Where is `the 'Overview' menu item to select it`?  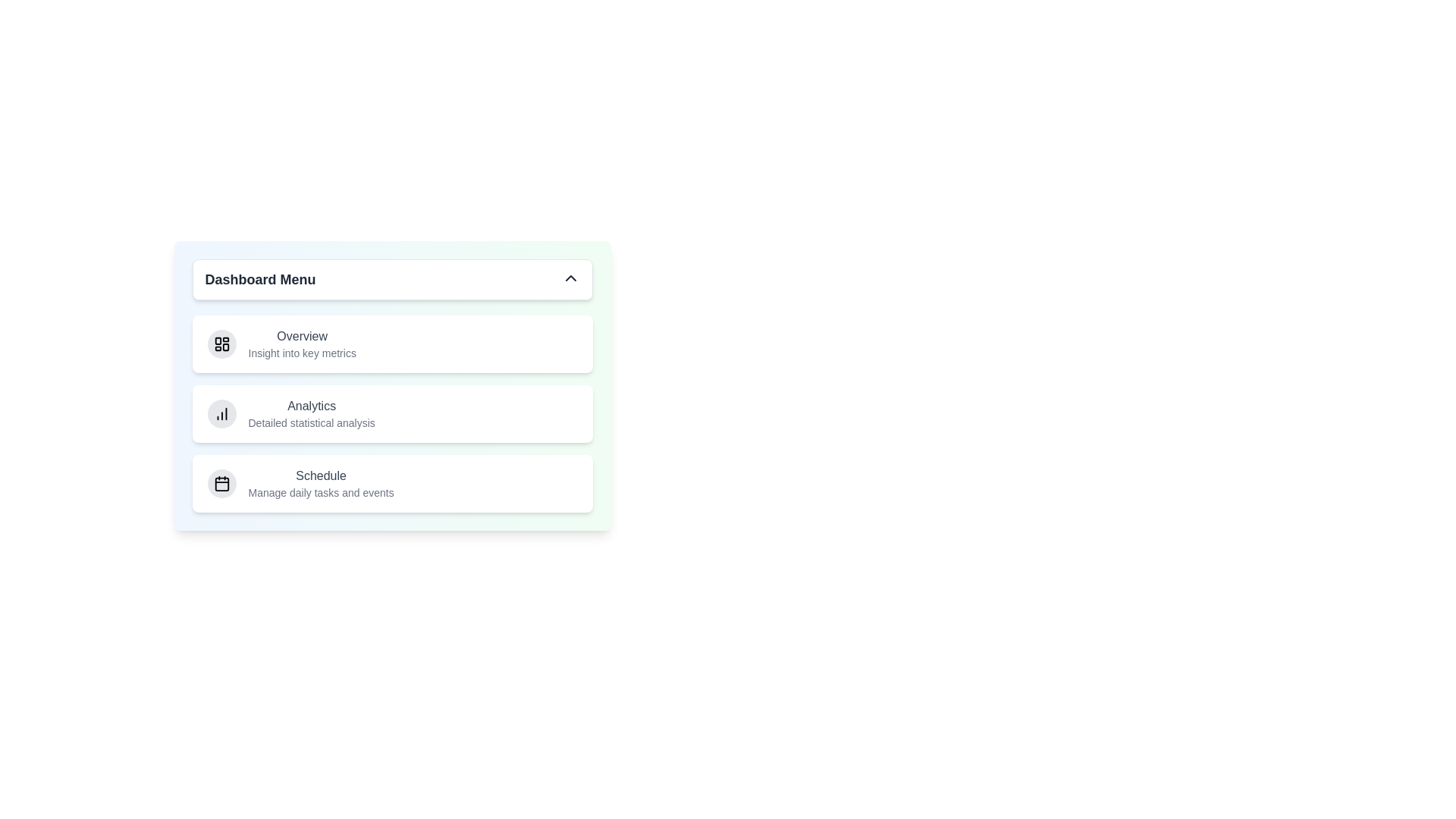 the 'Overview' menu item to select it is located at coordinates (302, 335).